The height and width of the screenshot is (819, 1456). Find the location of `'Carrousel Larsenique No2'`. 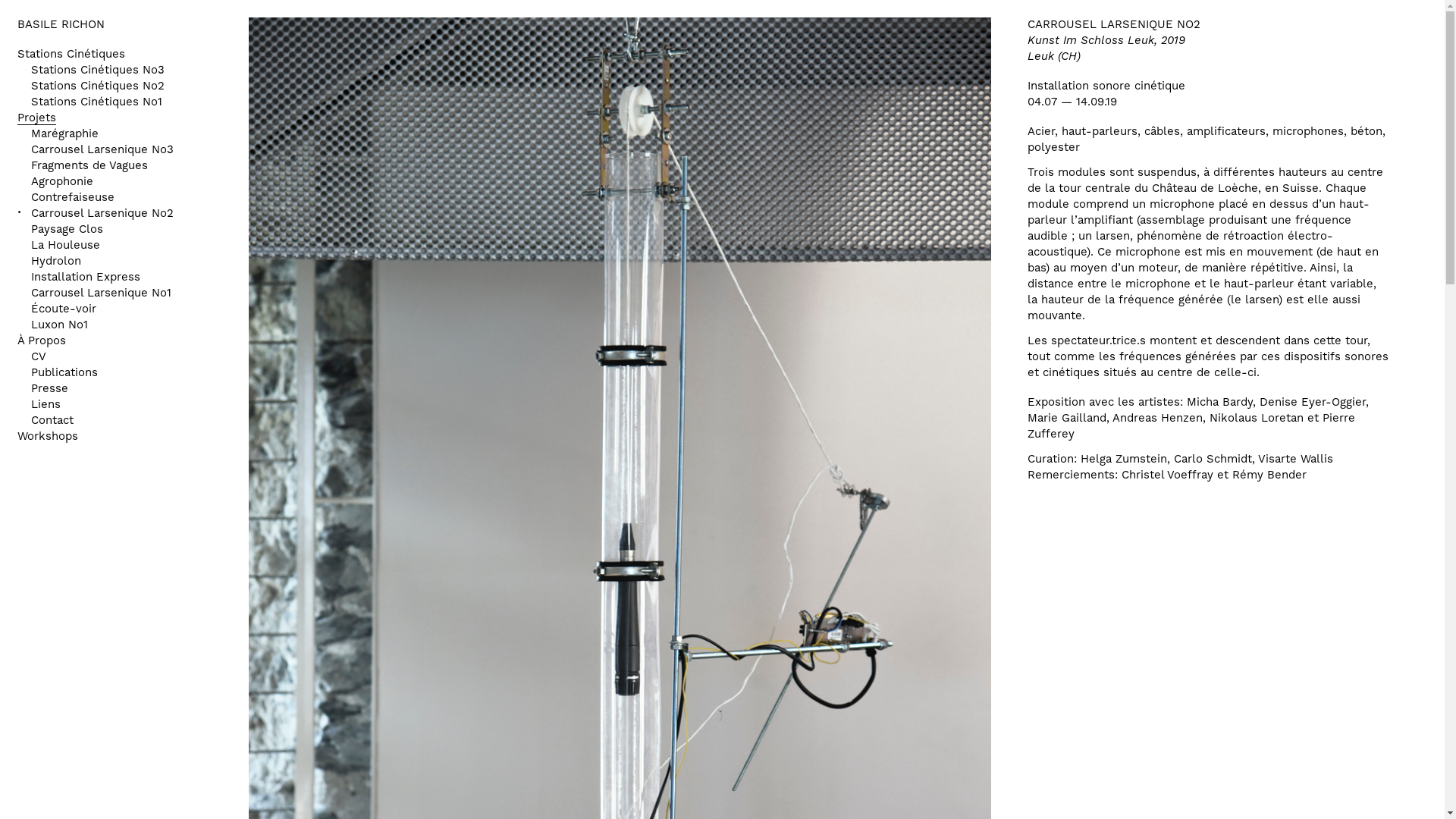

'Carrousel Larsenique No2' is located at coordinates (101, 214).